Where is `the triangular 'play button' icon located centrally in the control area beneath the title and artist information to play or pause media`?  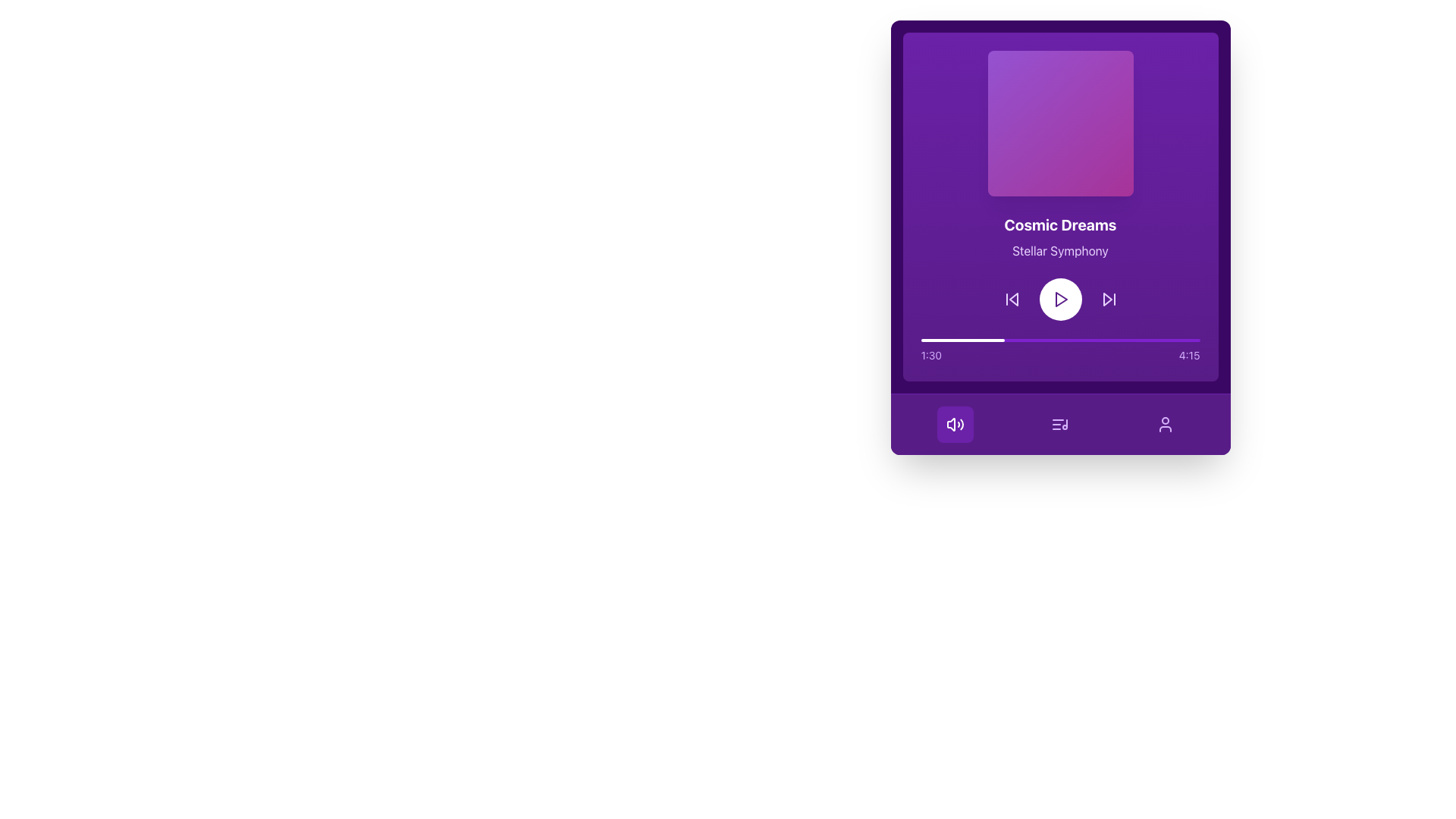
the triangular 'play button' icon located centrally in the control area beneath the title and artist information to play or pause media is located at coordinates (1060, 299).